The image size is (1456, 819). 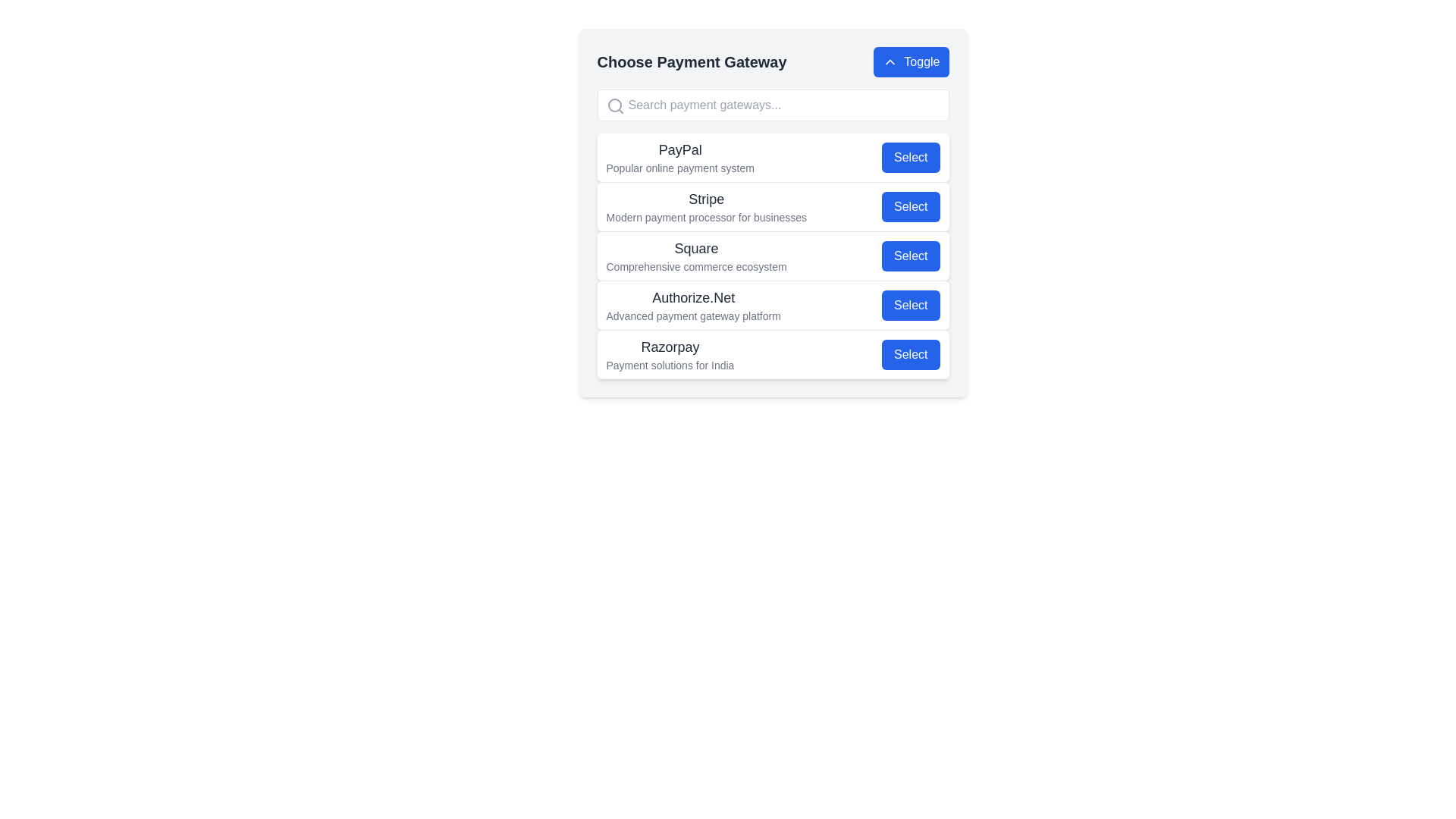 I want to click on the heading text 'Choose Payment Gateway' to focus the header, so click(x=773, y=61).